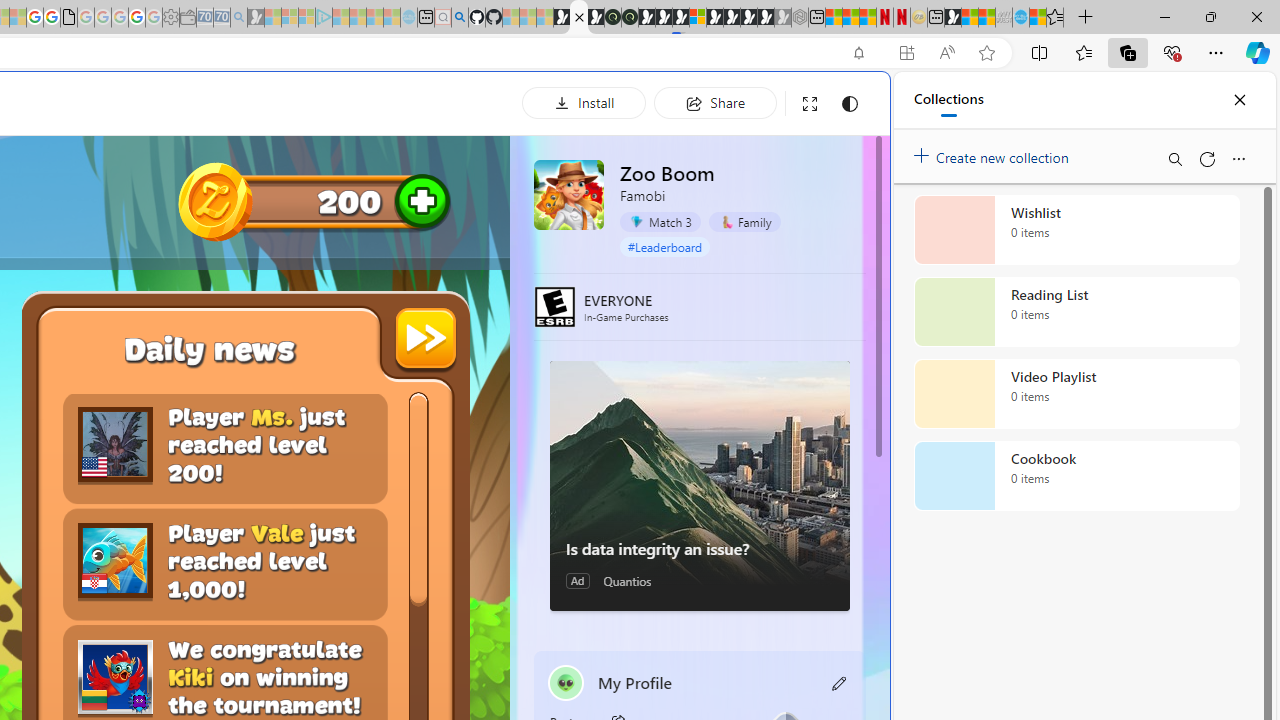 This screenshot has height=720, width=1280. What do you see at coordinates (255, 17) in the screenshot?
I see `'Microsoft Start Gaming - Sleeping'` at bounding box center [255, 17].